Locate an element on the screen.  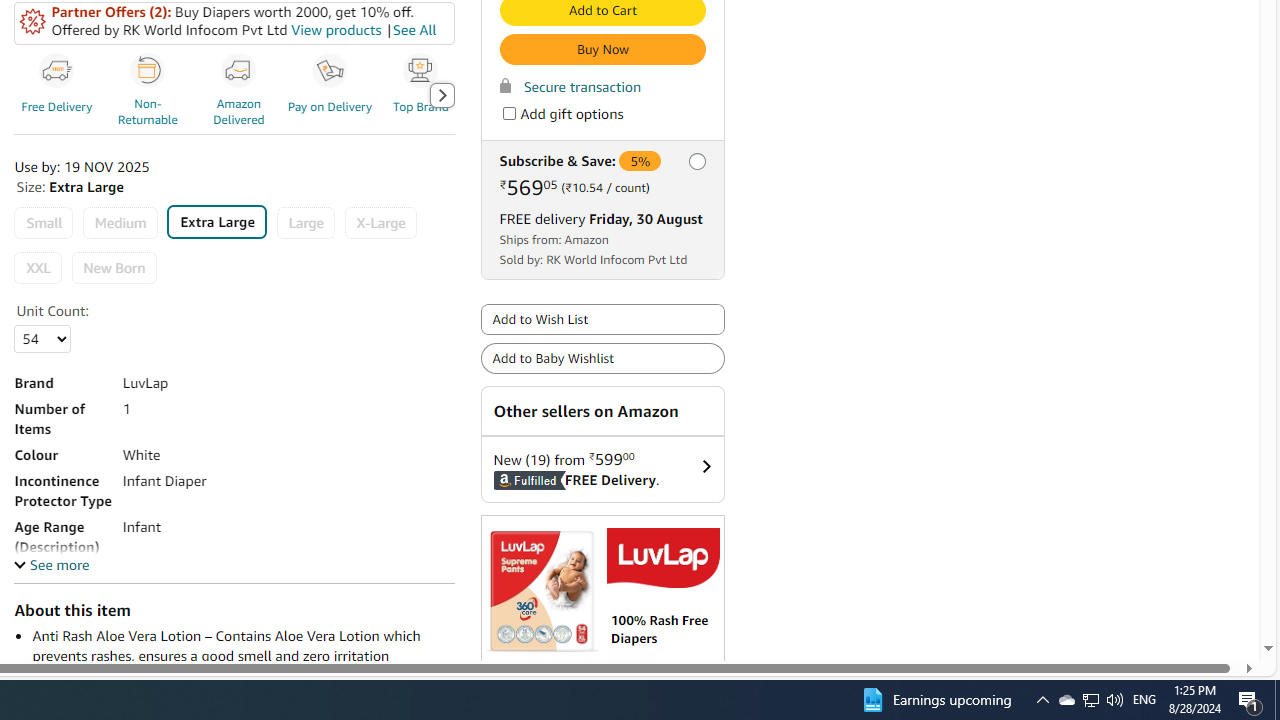
'Medium' is located at coordinates (119, 223).